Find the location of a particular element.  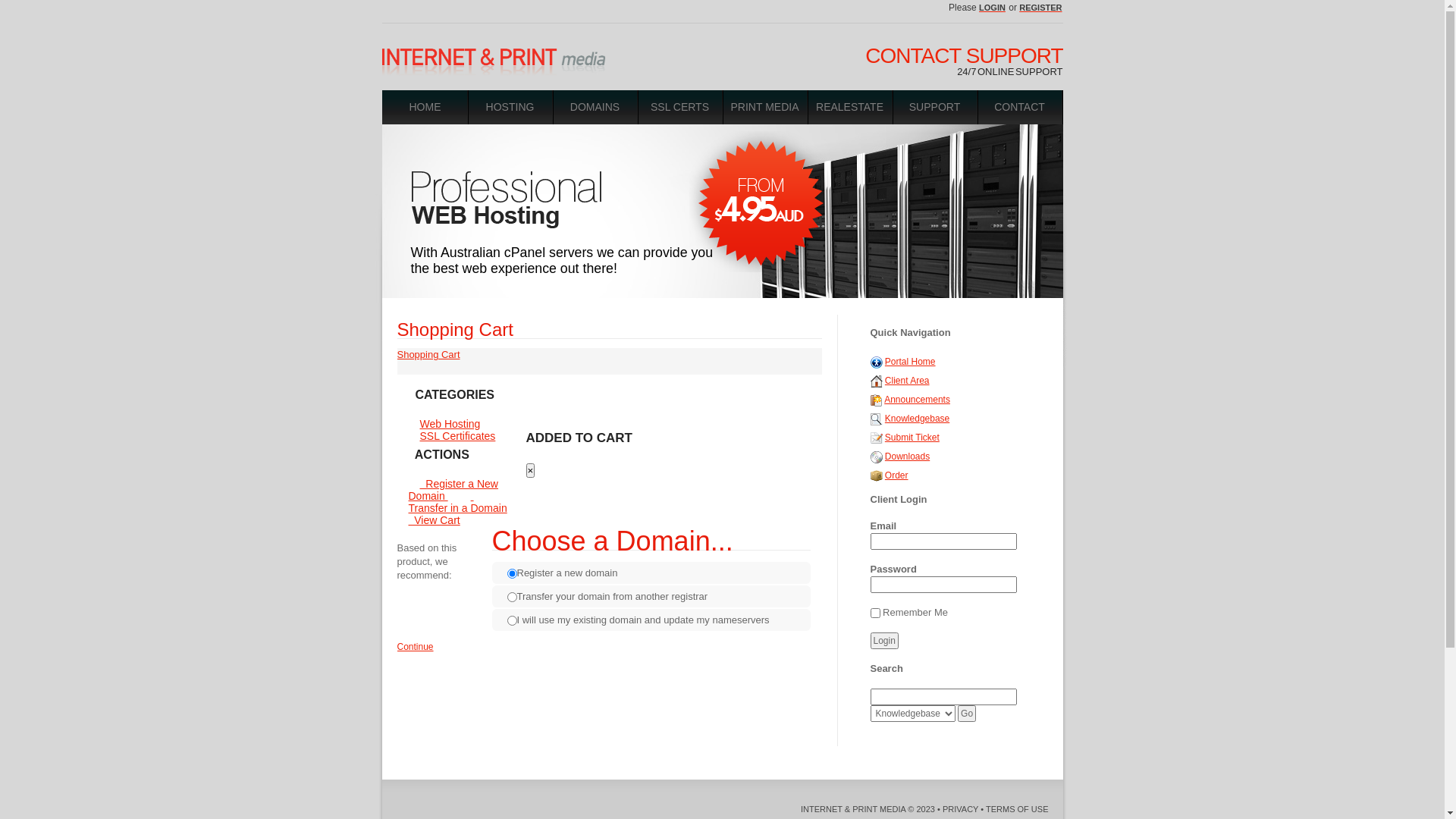

'CONTACT' is located at coordinates (1019, 106).